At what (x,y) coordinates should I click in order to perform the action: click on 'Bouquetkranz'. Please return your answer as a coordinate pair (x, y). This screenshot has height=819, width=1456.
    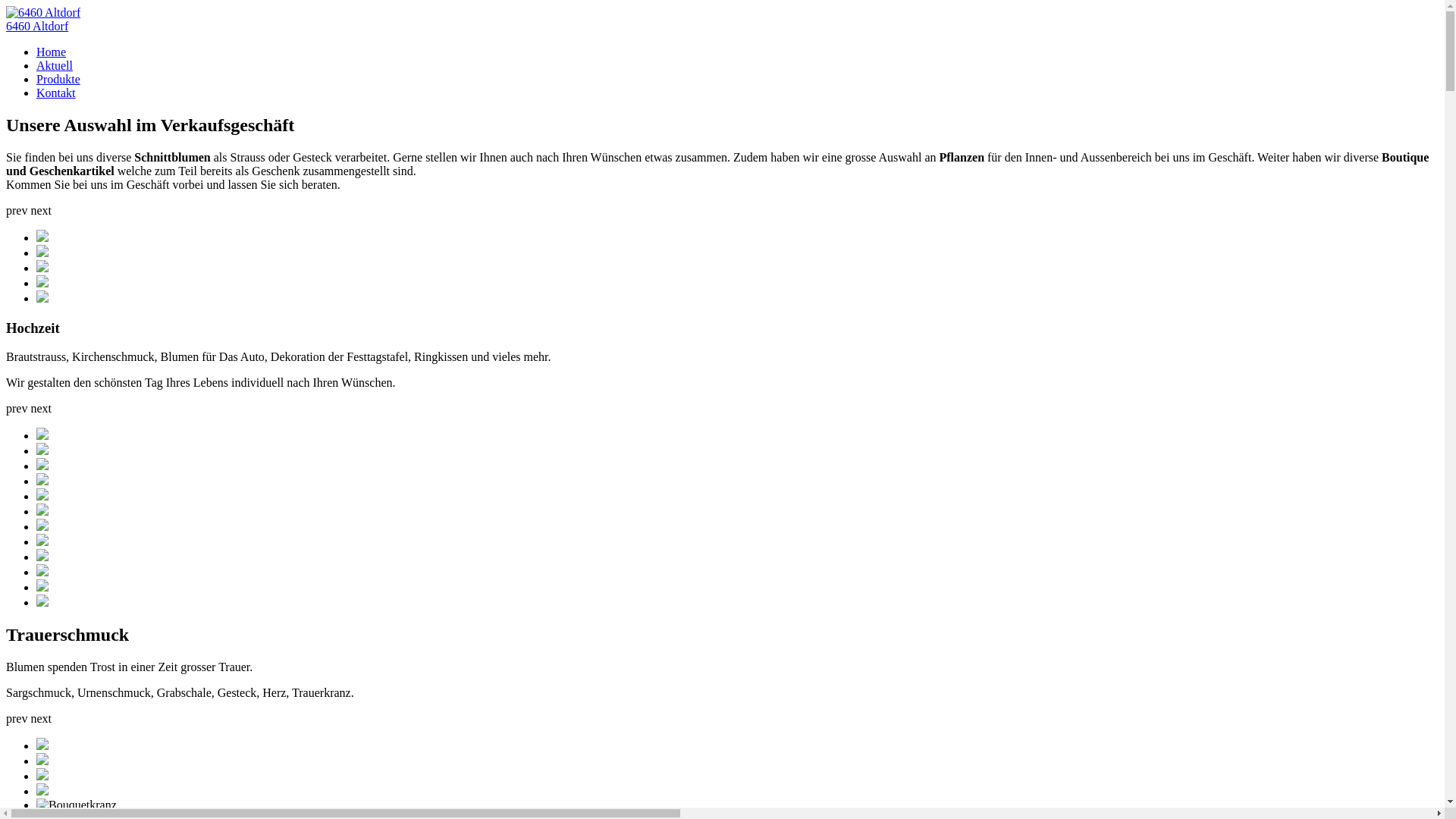
    Looking at the image, I should click on (75, 804).